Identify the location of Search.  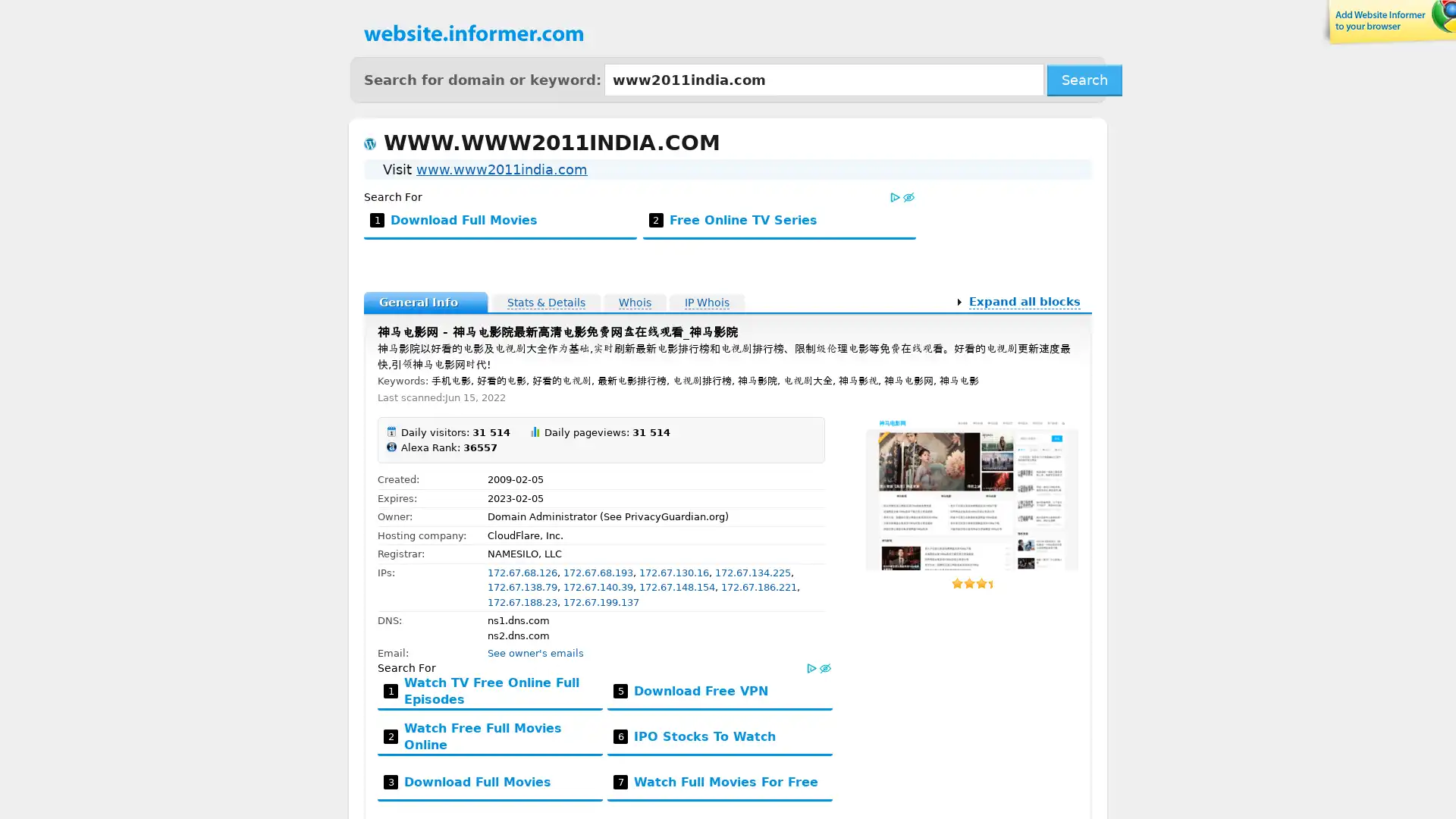
(1084, 79).